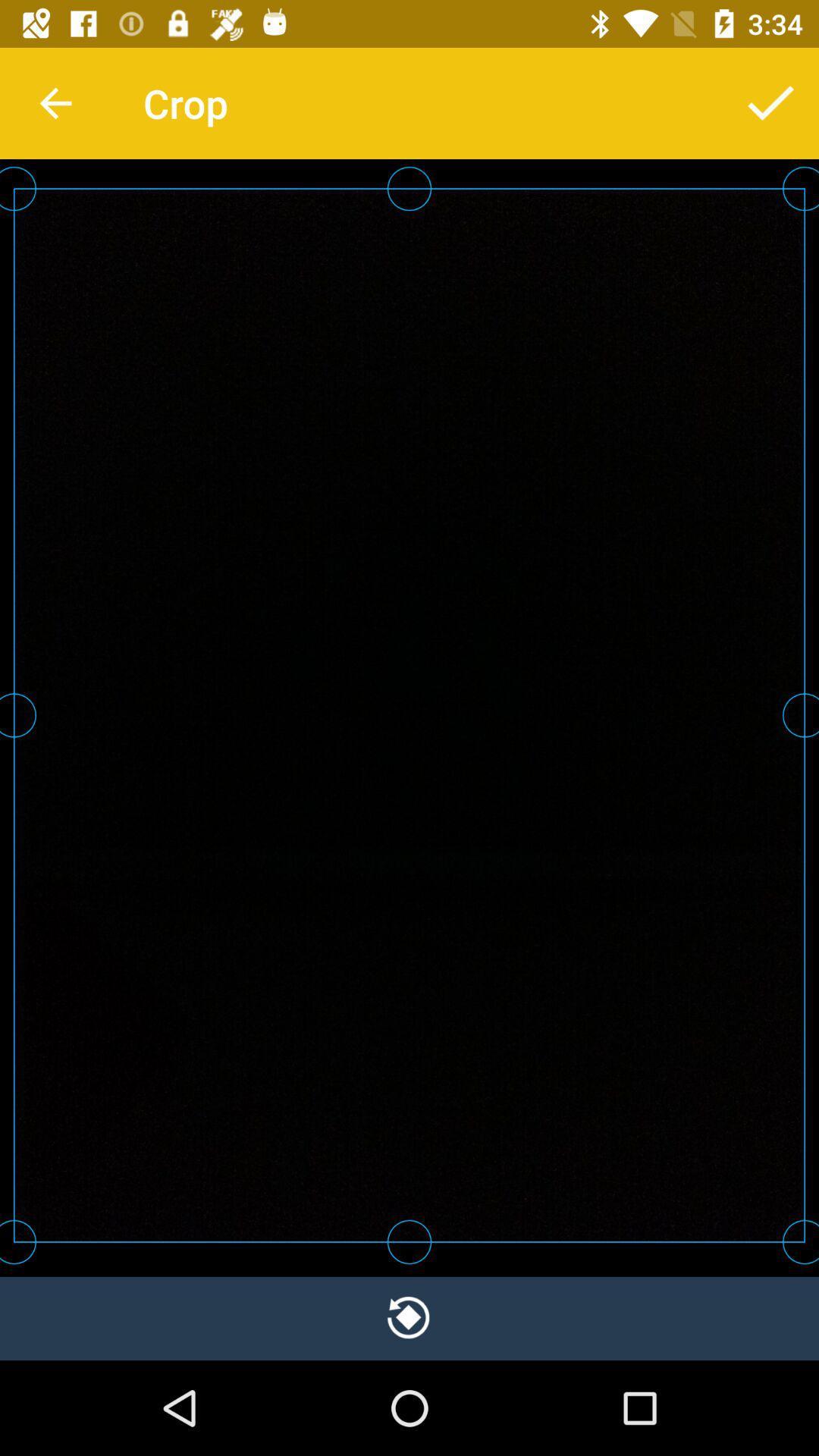  What do you see at coordinates (55, 102) in the screenshot?
I see `the item to the left of the crop` at bounding box center [55, 102].